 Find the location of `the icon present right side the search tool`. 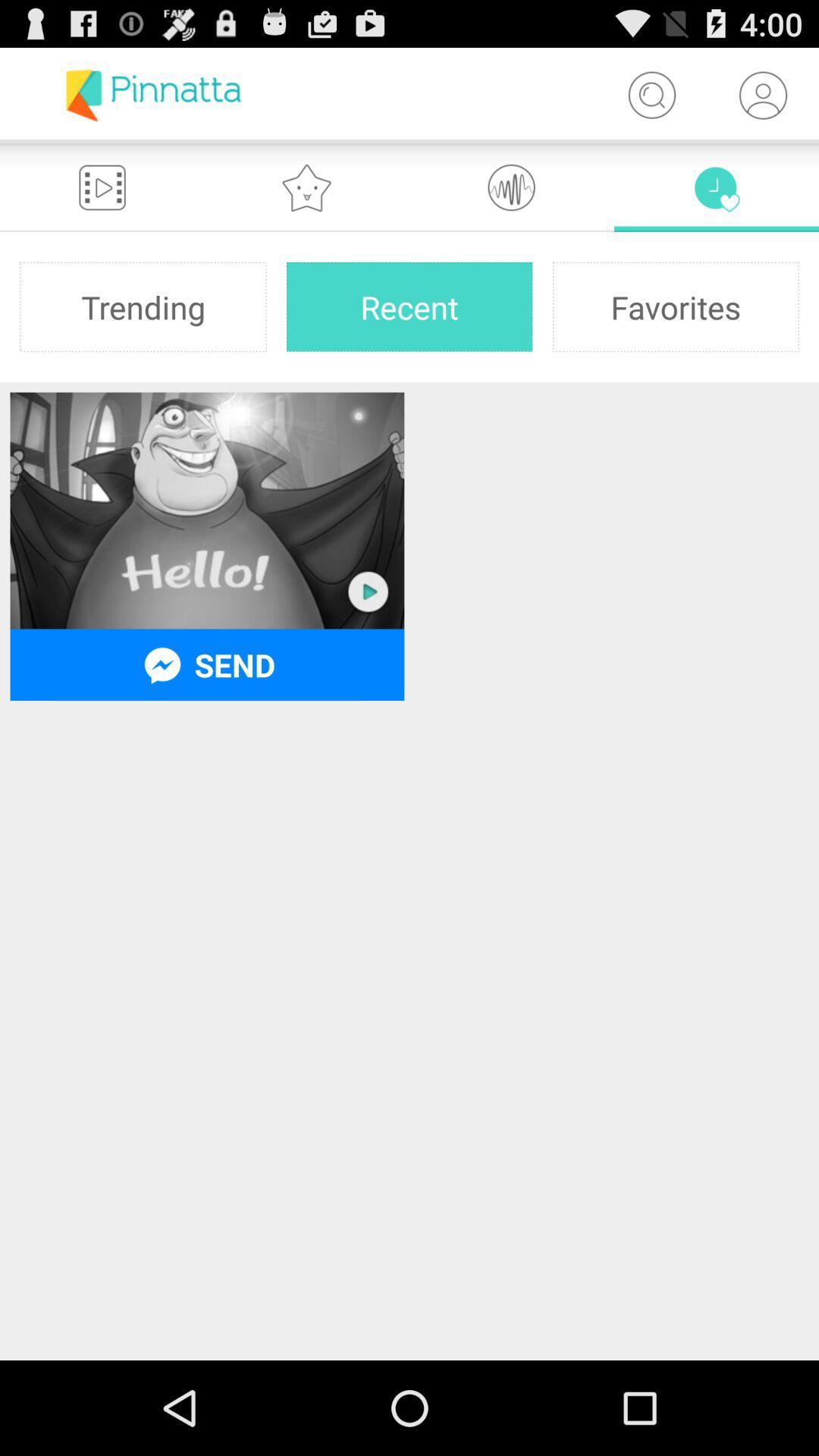

the icon present right side the search tool is located at coordinates (763, 94).